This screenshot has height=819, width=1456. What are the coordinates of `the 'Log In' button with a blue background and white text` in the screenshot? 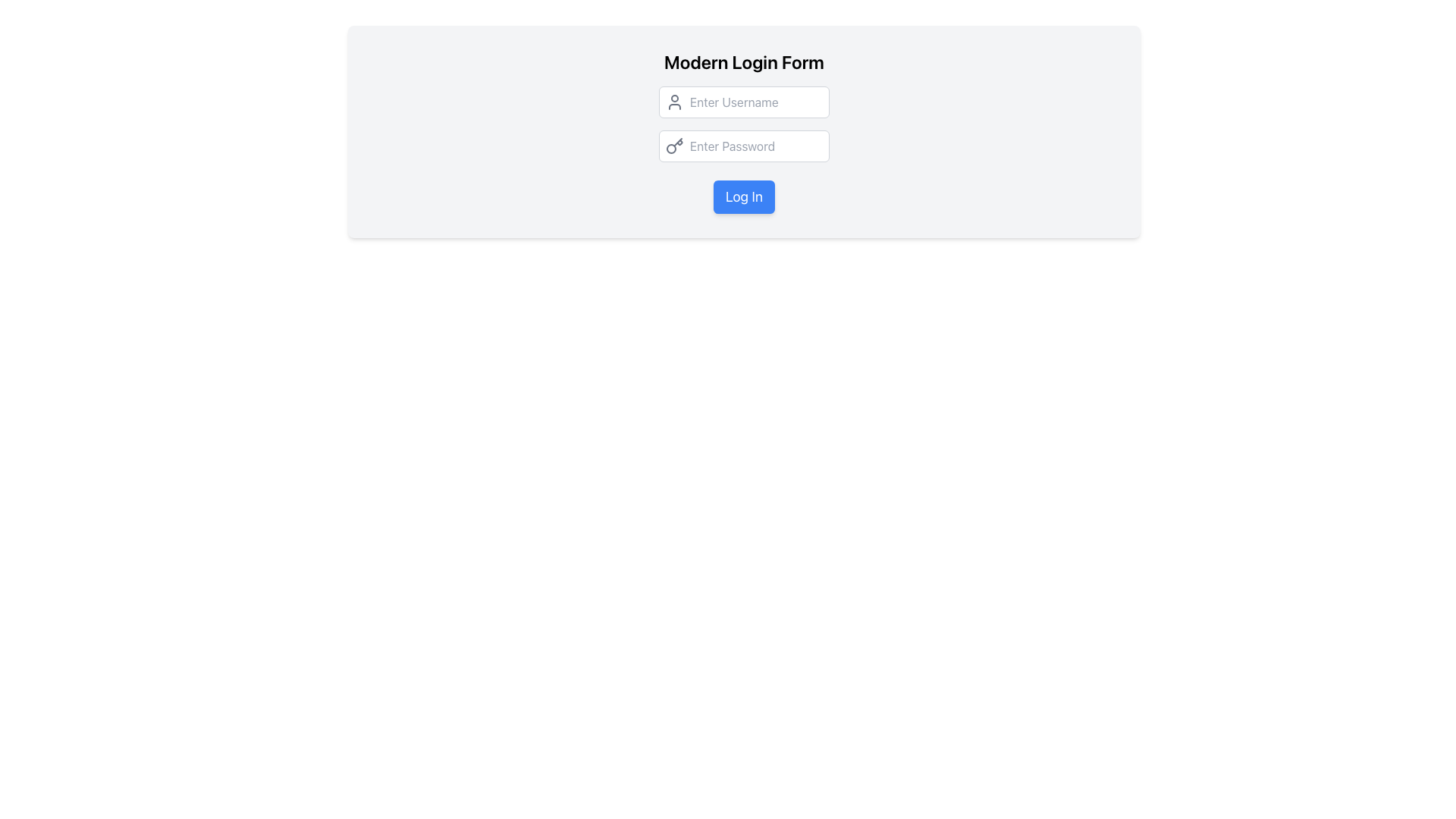 It's located at (744, 196).